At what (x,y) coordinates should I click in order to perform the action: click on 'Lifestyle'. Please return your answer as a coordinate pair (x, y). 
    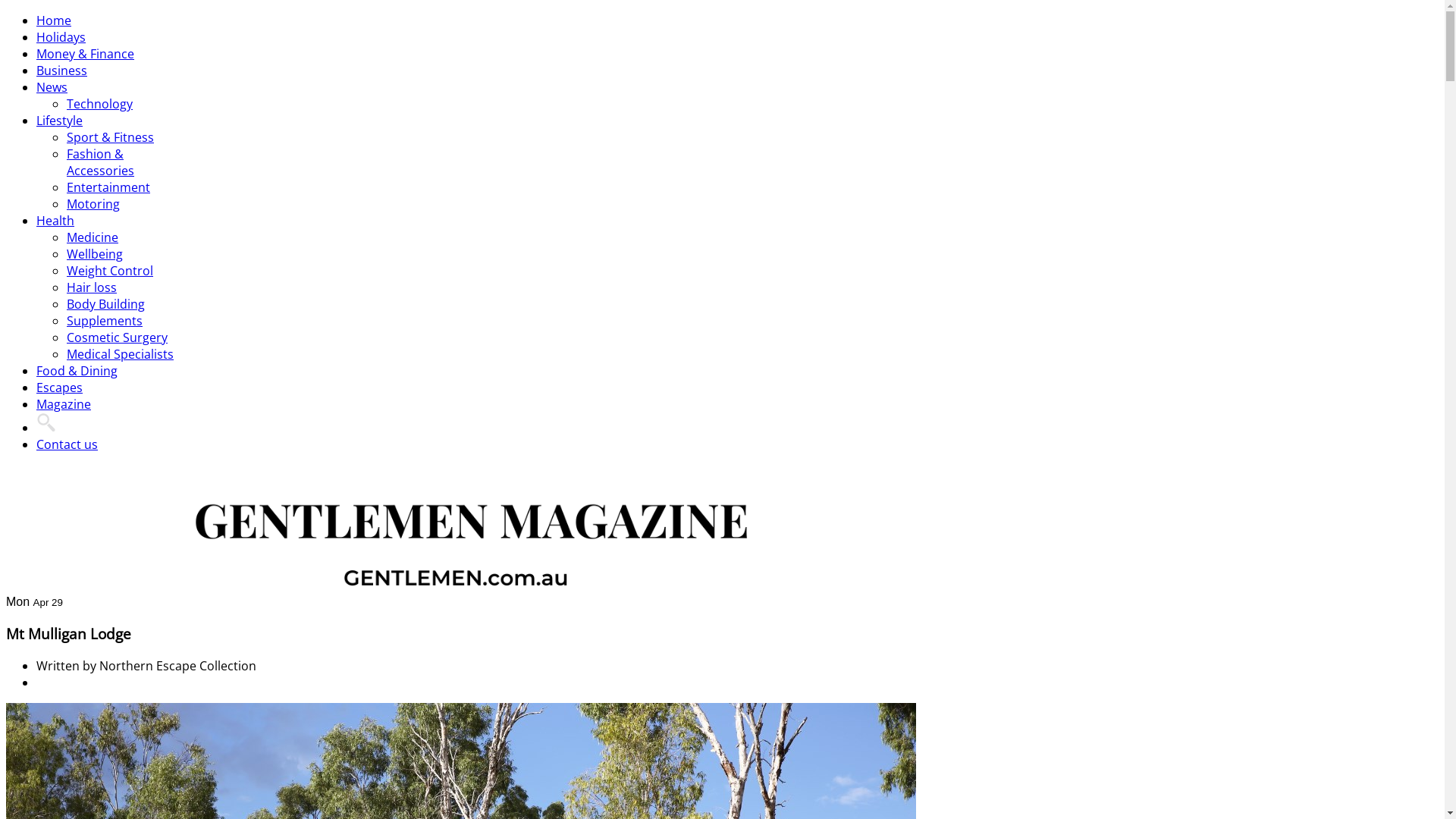
    Looking at the image, I should click on (59, 119).